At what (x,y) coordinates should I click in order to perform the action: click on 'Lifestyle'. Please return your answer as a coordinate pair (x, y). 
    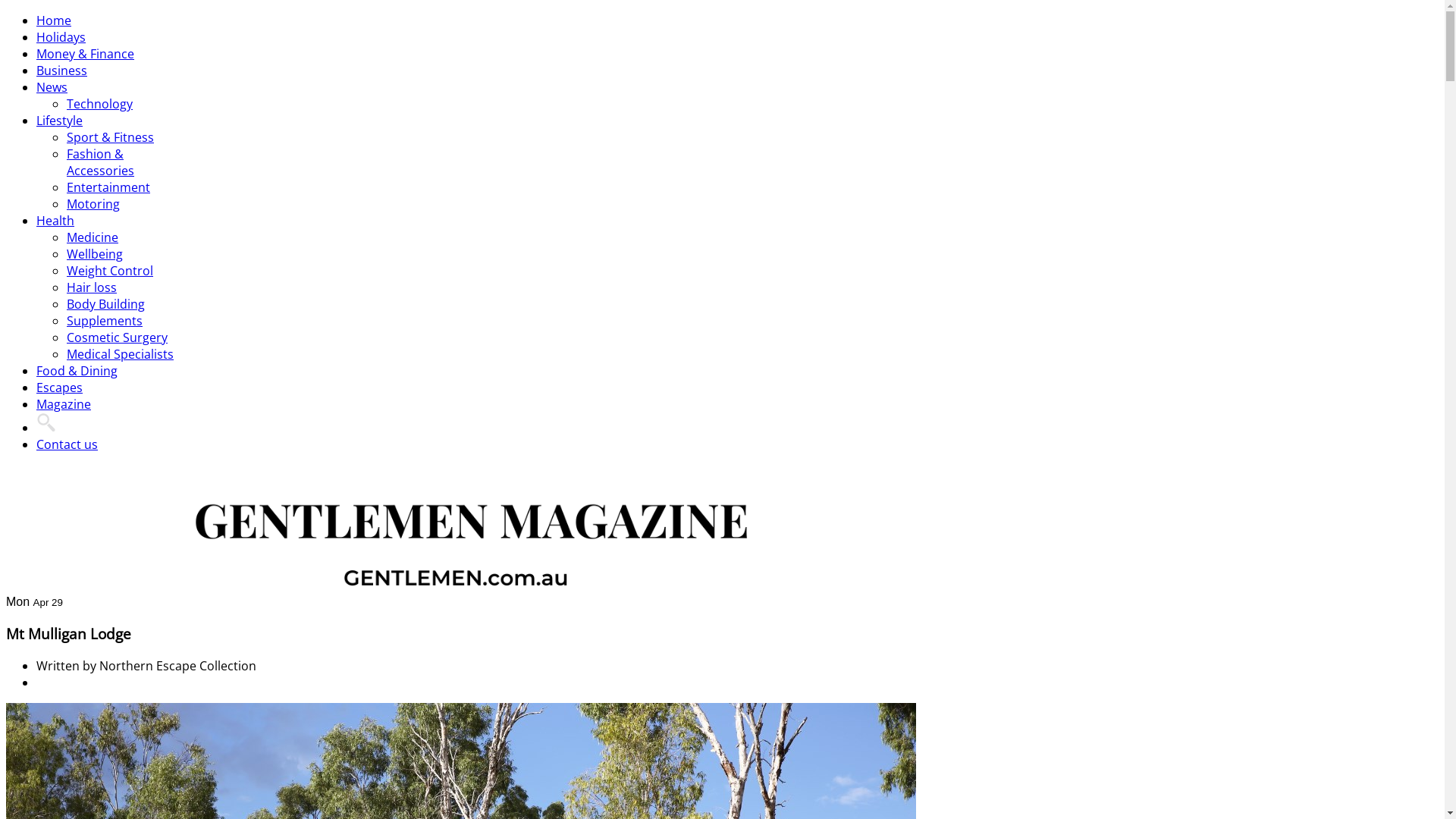
    Looking at the image, I should click on (59, 119).